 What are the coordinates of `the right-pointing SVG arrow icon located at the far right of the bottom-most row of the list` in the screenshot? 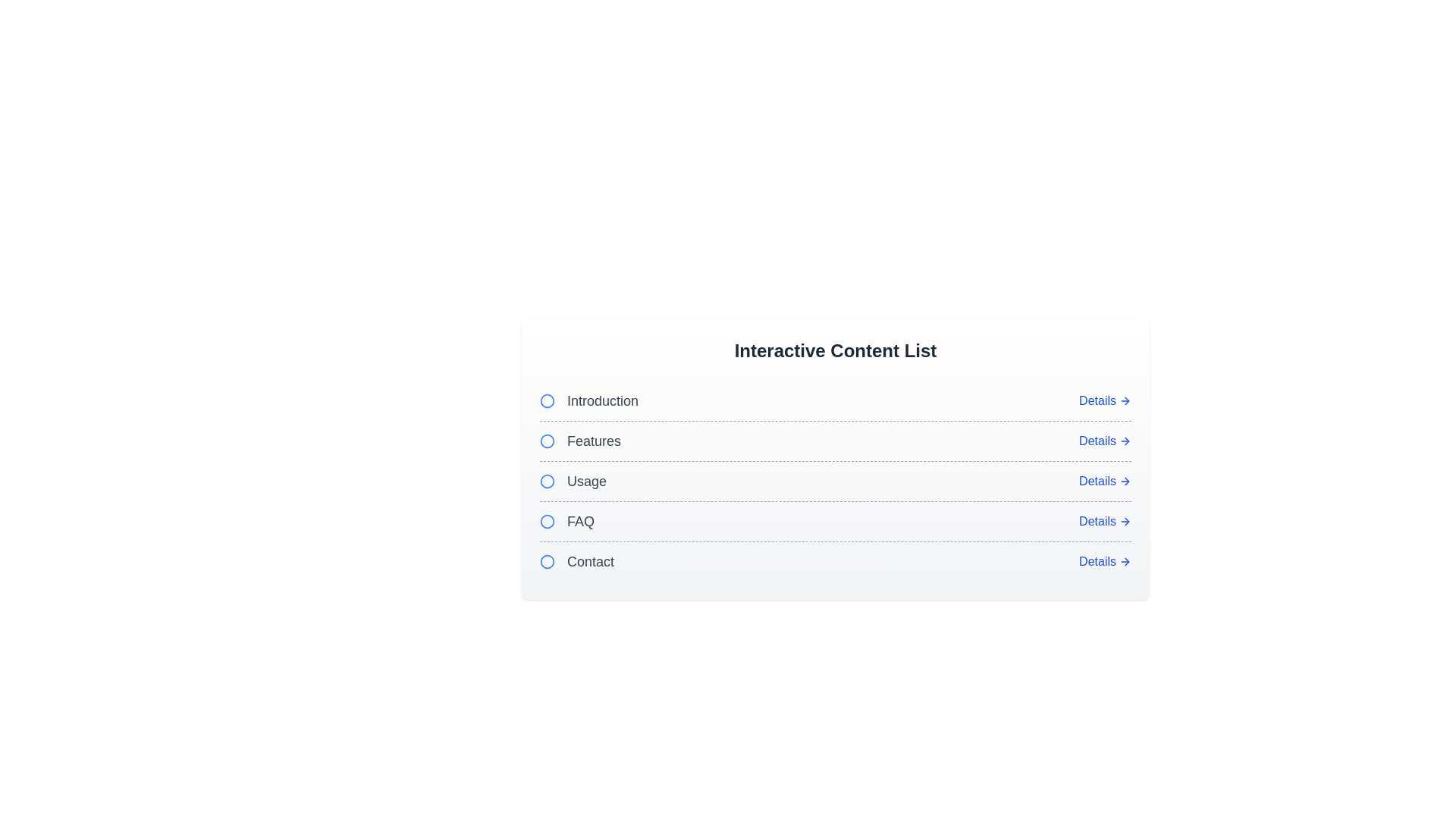 It's located at (1125, 561).